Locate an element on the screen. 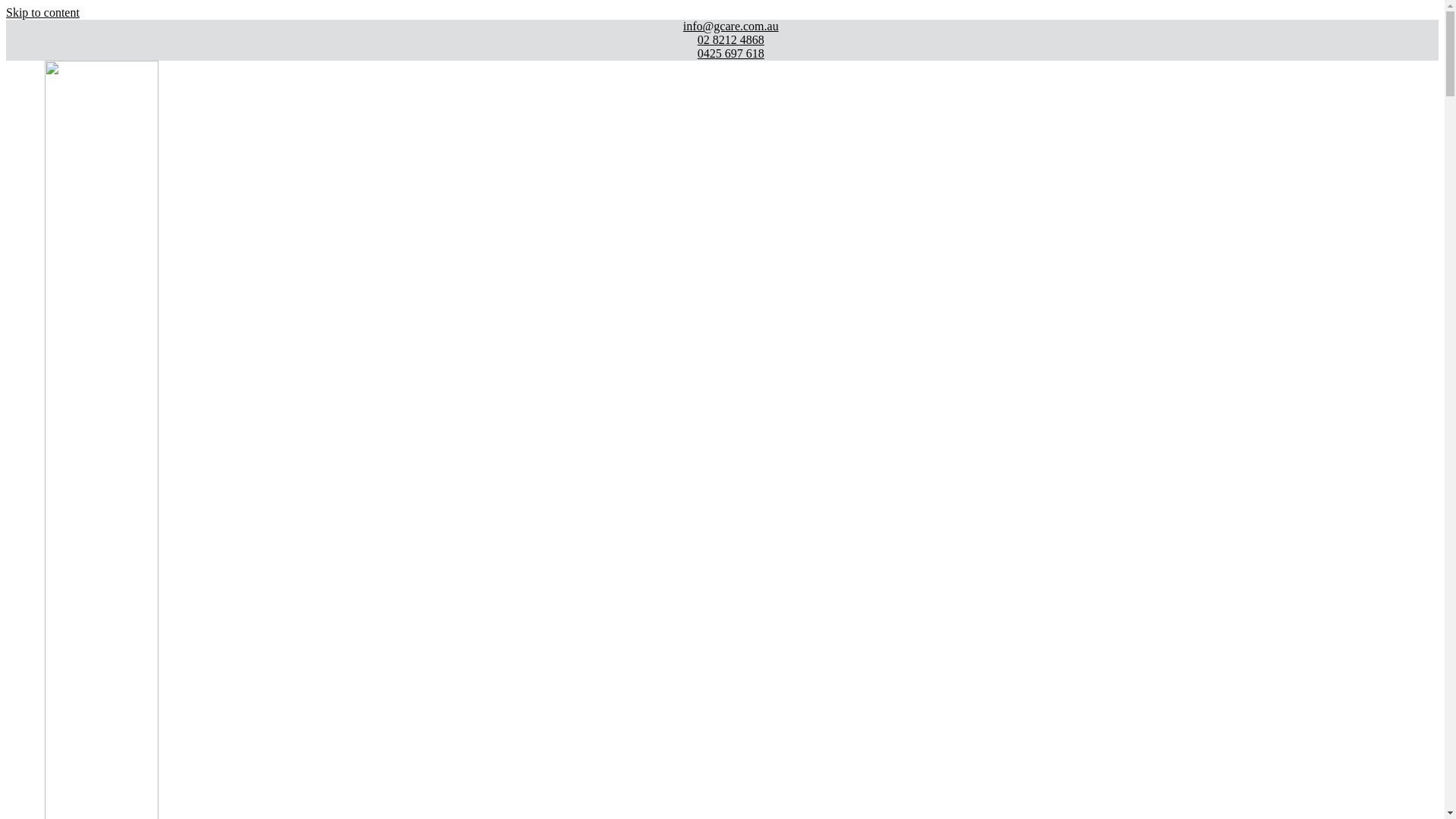 This screenshot has width=1456, height=819. 'info@gcare.com.au' is located at coordinates (14, 26).